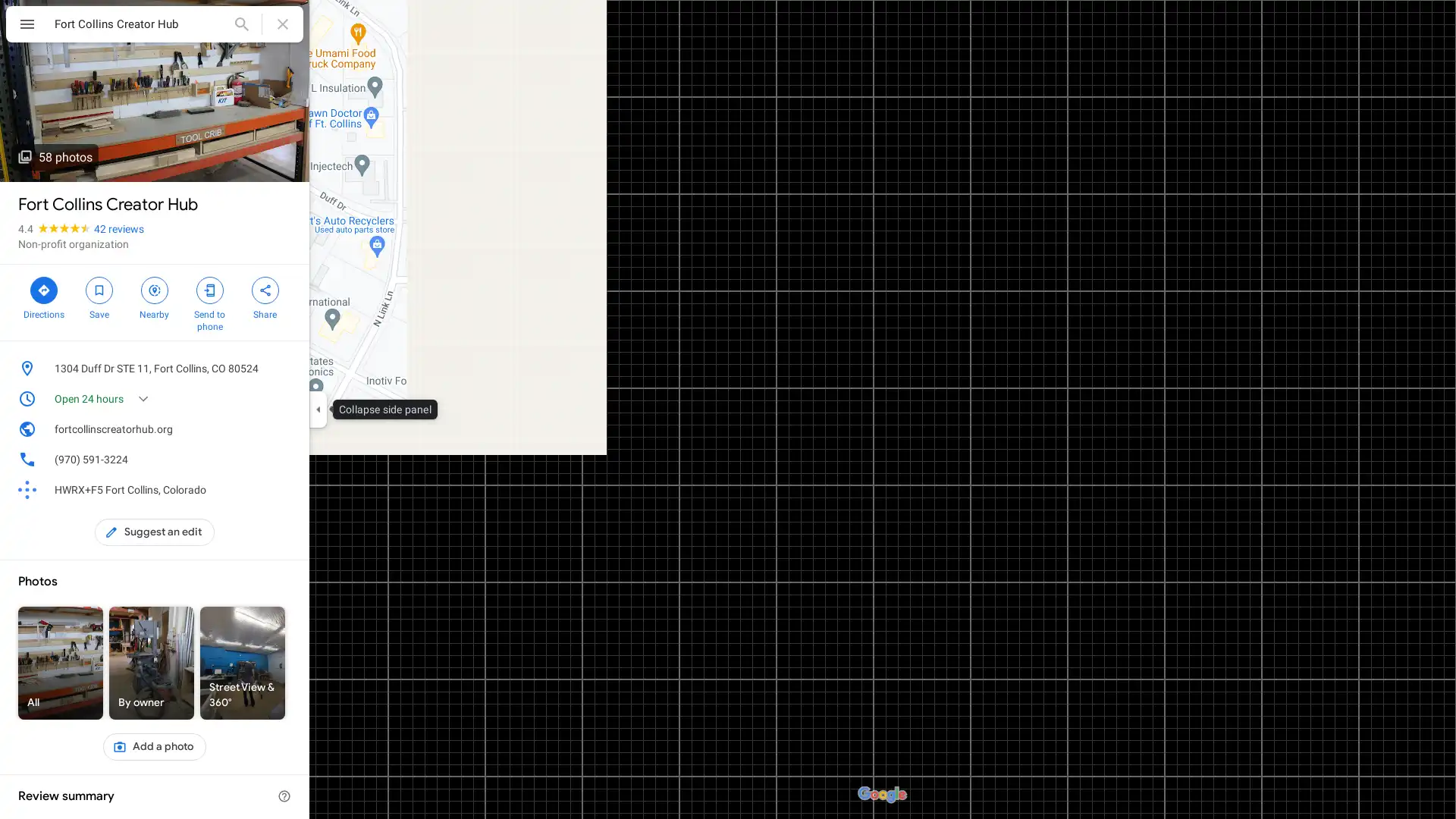 The image size is (1456, 819). I want to click on Learn more about plus codes, so click(284, 489).